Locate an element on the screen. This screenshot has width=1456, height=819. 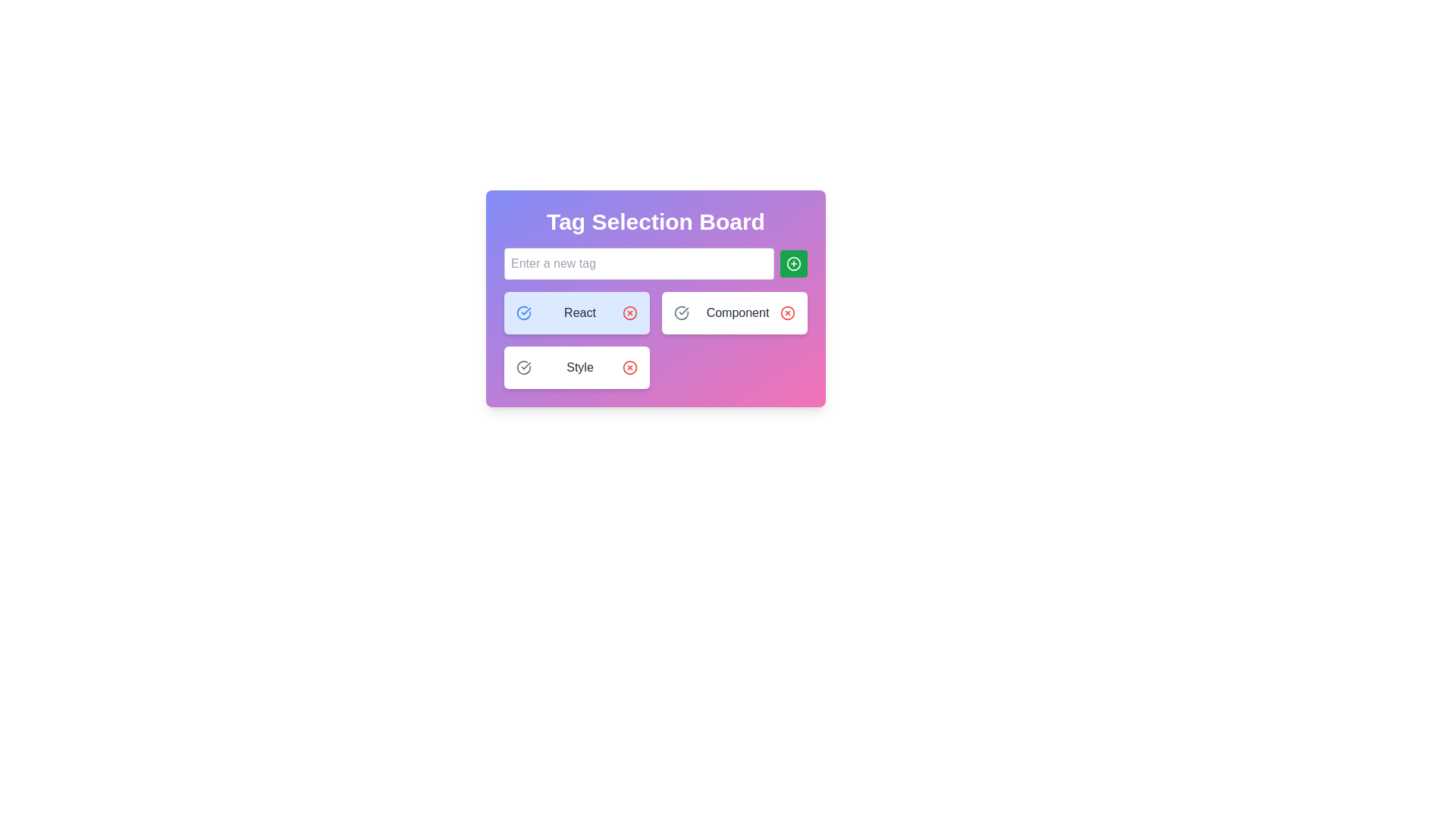
the 'Style' label with interactive toggle buttons, which features a white background, rounded corners, and displays the text 'Style' in dark gray, with checkmark and 'X' icons adjacent to it is located at coordinates (576, 368).